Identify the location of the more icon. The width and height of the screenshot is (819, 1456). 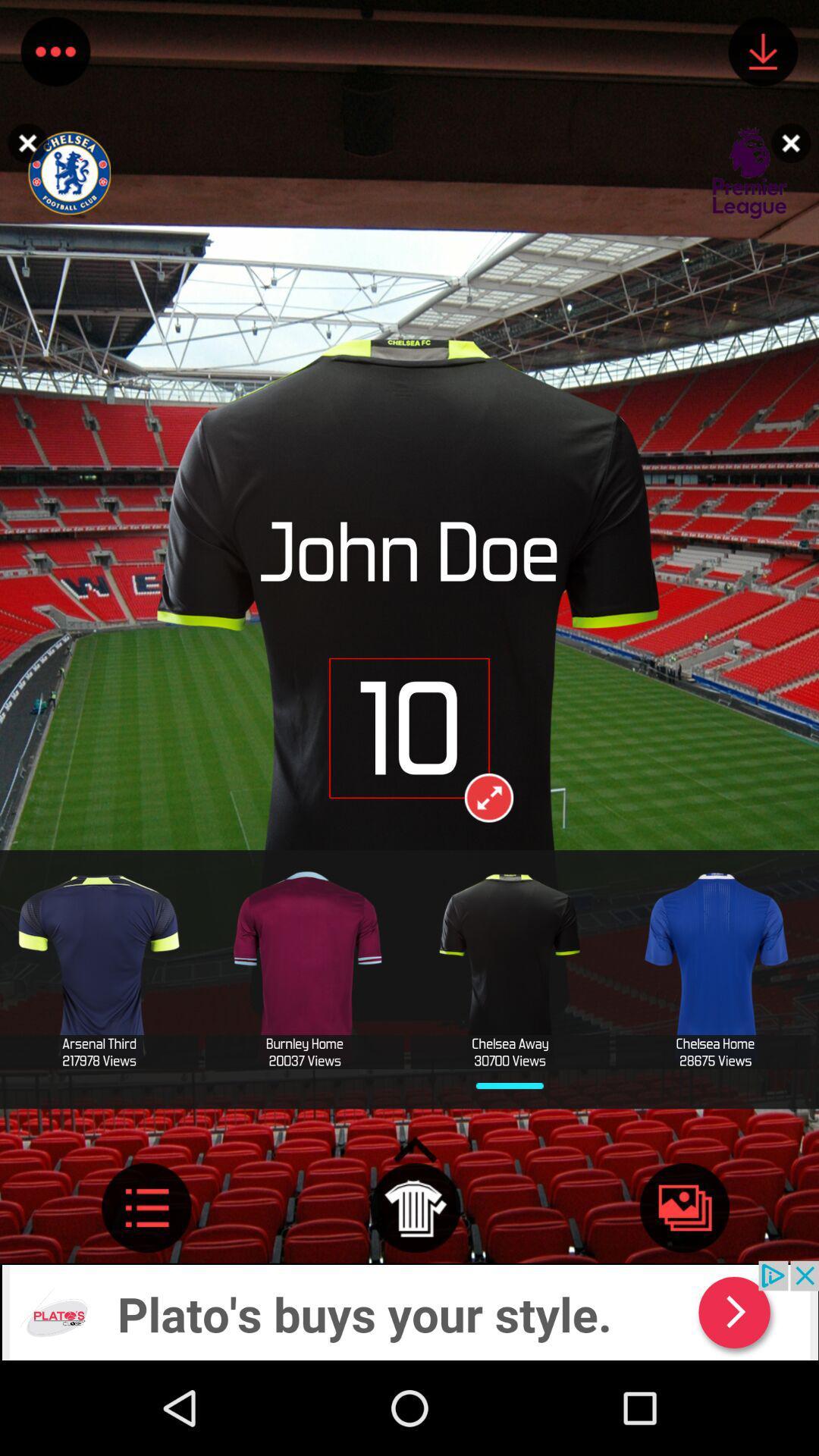
(146, 1291).